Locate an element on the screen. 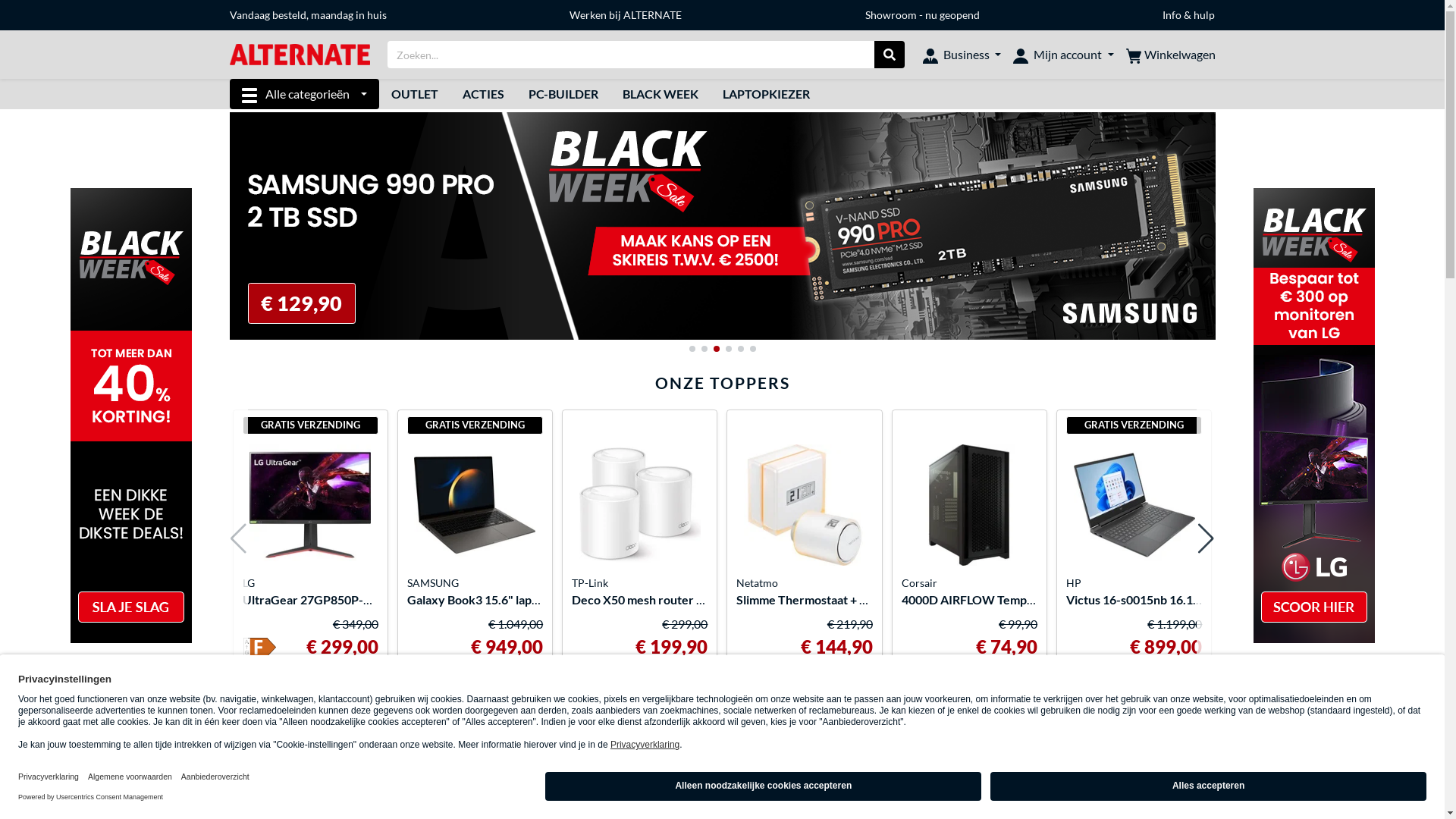  'Showroom - nu geopend' is located at coordinates (921, 14).